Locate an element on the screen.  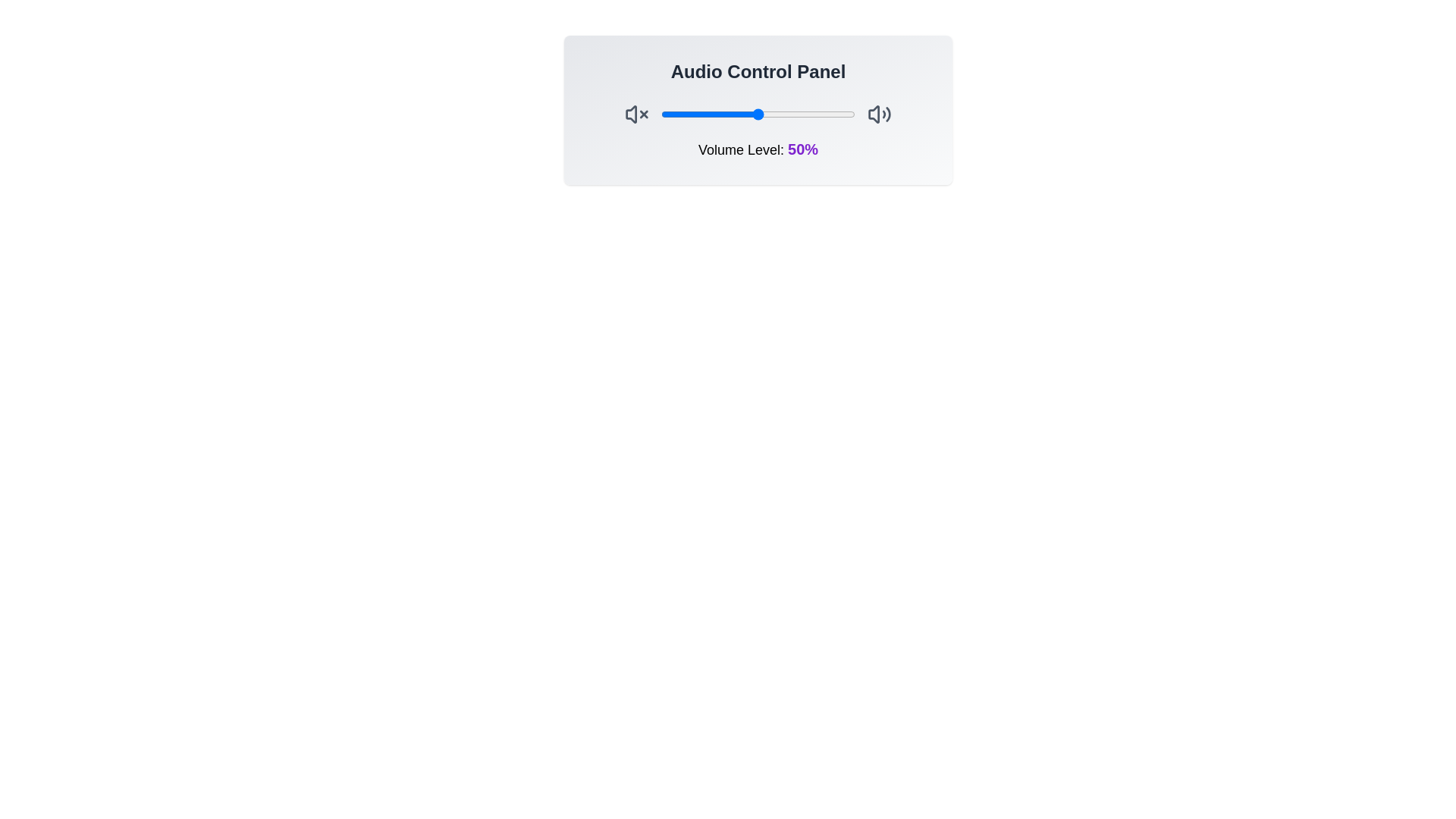
the audio icon located at the right end of the volume control section to interact with it, likely for muting or adjusting the volume is located at coordinates (874, 113).